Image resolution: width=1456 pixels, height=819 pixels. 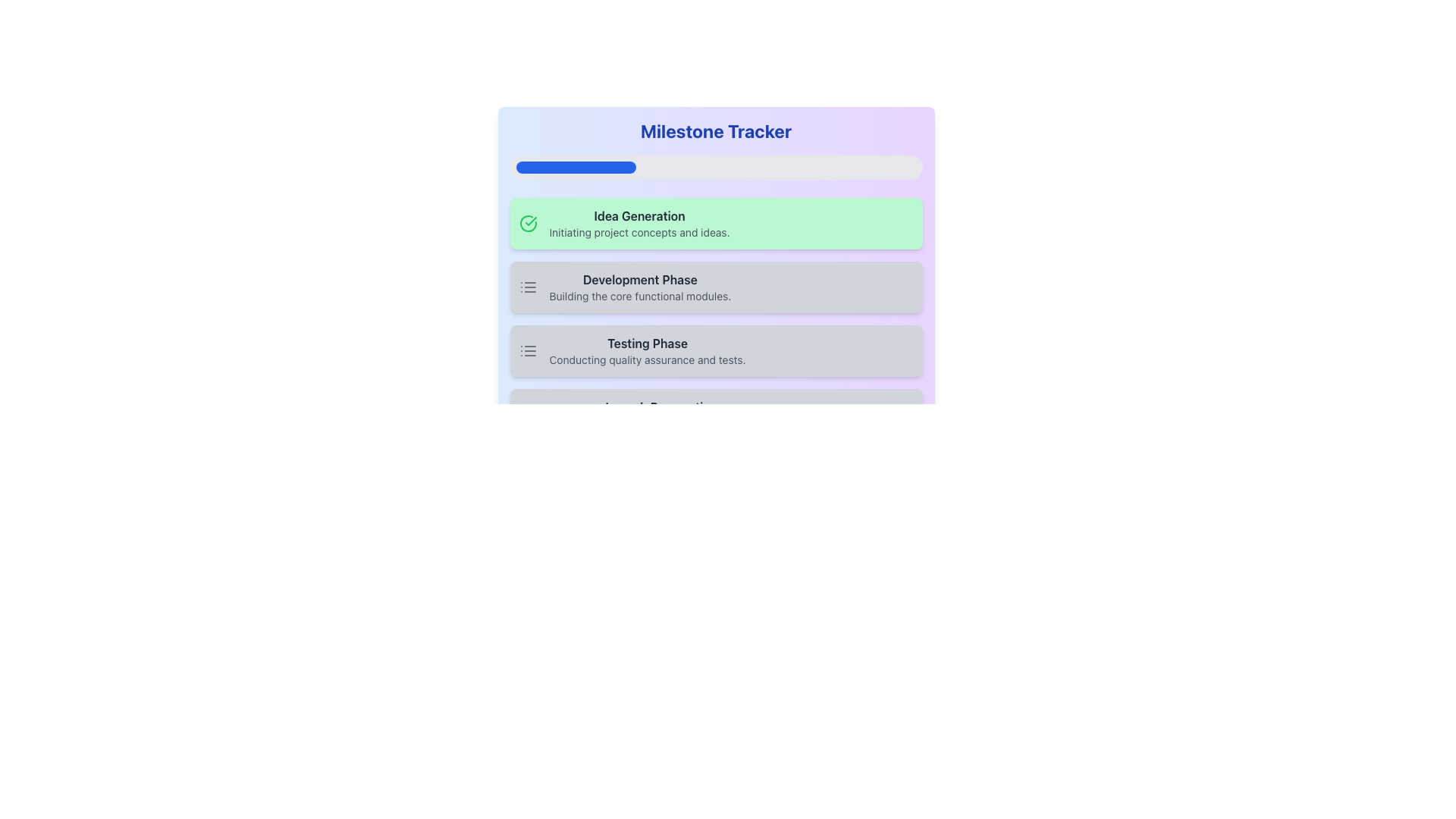 What do you see at coordinates (639, 223) in the screenshot?
I see `the details of the Content Box titled 'Idea Generation', which is located at the top of the section under 'Milestone Tracker'` at bounding box center [639, 223].